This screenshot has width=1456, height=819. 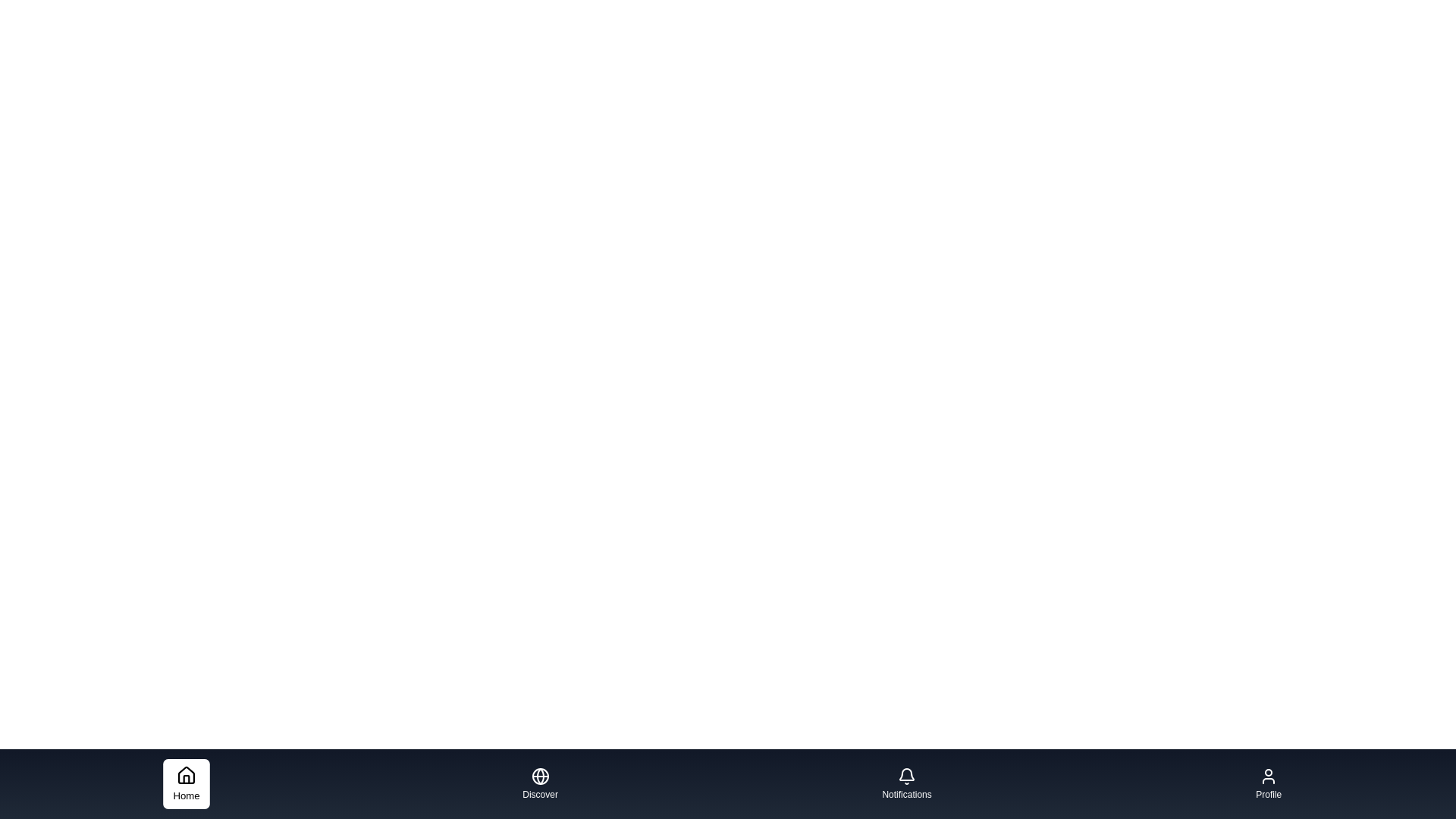 I want to click on the tab background of Discover, so click(x=540, y=783).